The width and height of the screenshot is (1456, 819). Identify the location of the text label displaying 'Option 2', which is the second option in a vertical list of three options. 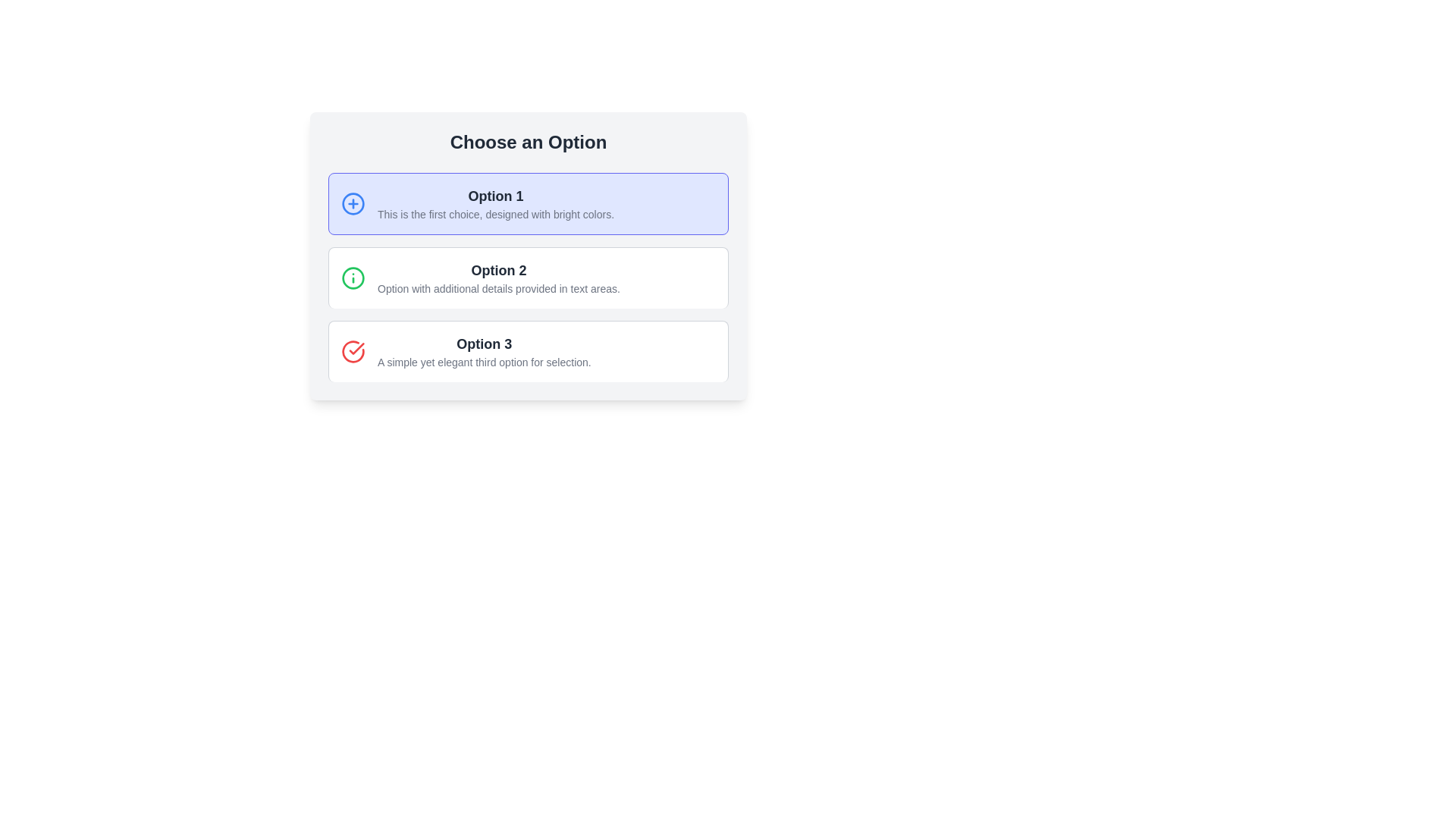
(498, 278).